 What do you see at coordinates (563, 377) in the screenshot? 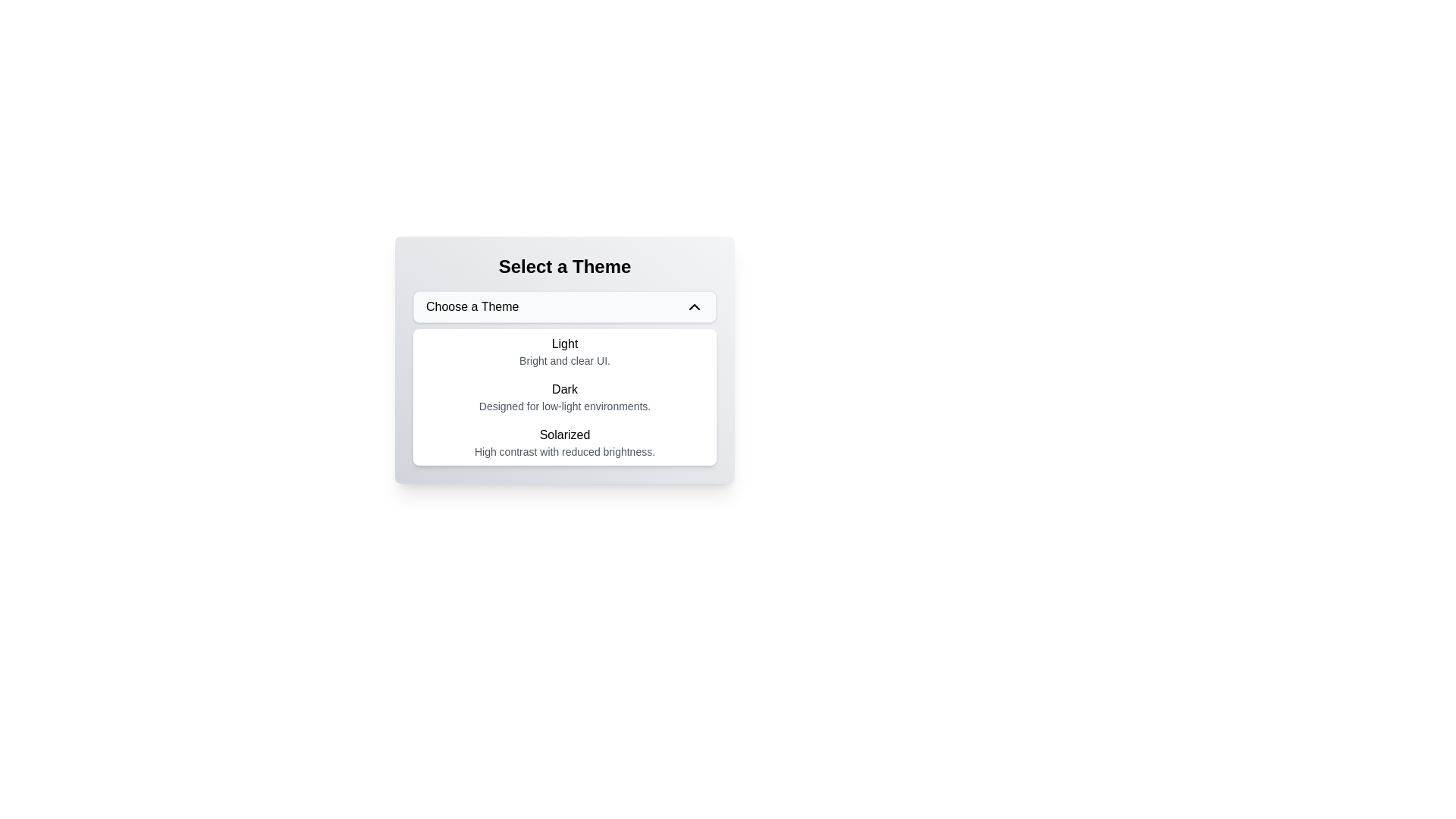
I see `the Dropdown menu located in the 'Select a Theme' box` at bounding box center [563, 377].